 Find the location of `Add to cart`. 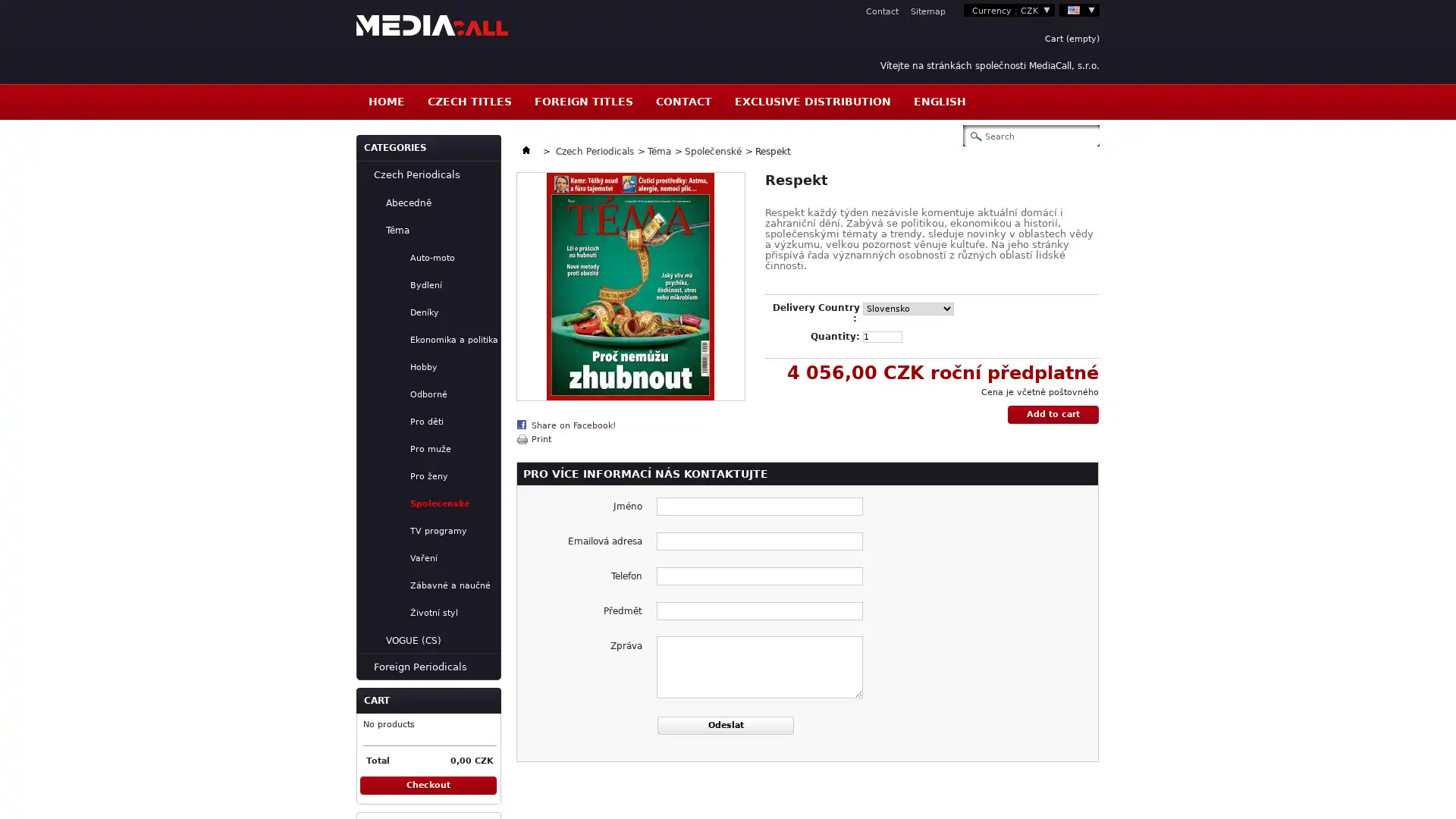

Add to cart is located at coordinates (1052, 415).